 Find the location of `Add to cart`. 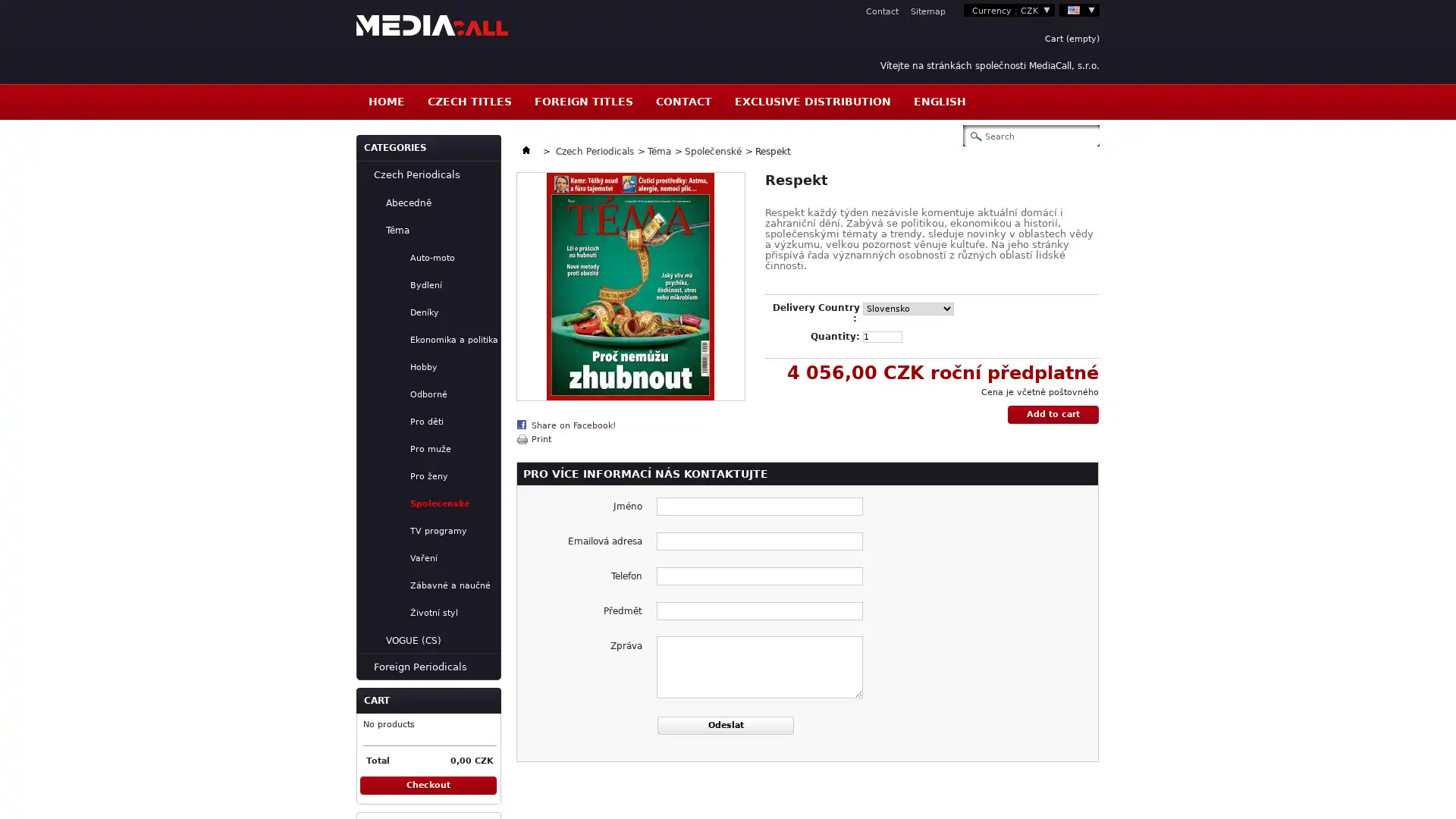

Add to cart is located at coordinates (1052, 415).